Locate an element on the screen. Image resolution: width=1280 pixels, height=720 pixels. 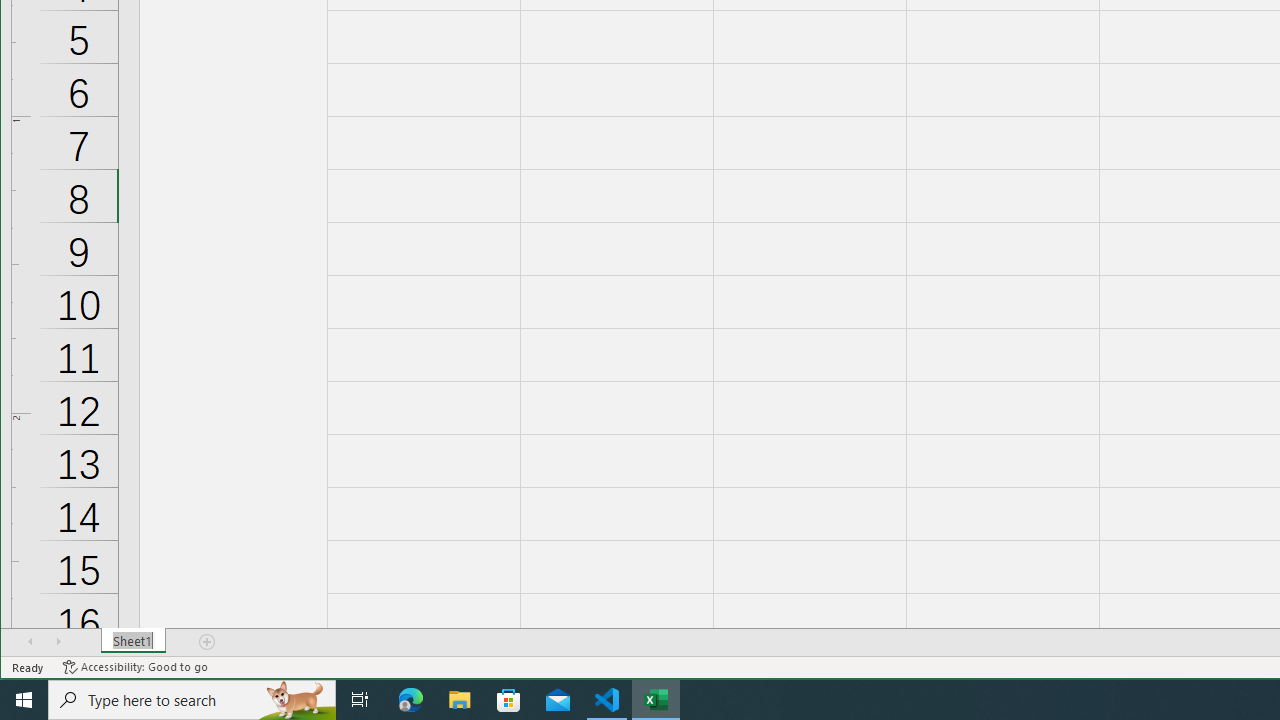
'Microsoft Edge' is located at coordinates (410, 698).